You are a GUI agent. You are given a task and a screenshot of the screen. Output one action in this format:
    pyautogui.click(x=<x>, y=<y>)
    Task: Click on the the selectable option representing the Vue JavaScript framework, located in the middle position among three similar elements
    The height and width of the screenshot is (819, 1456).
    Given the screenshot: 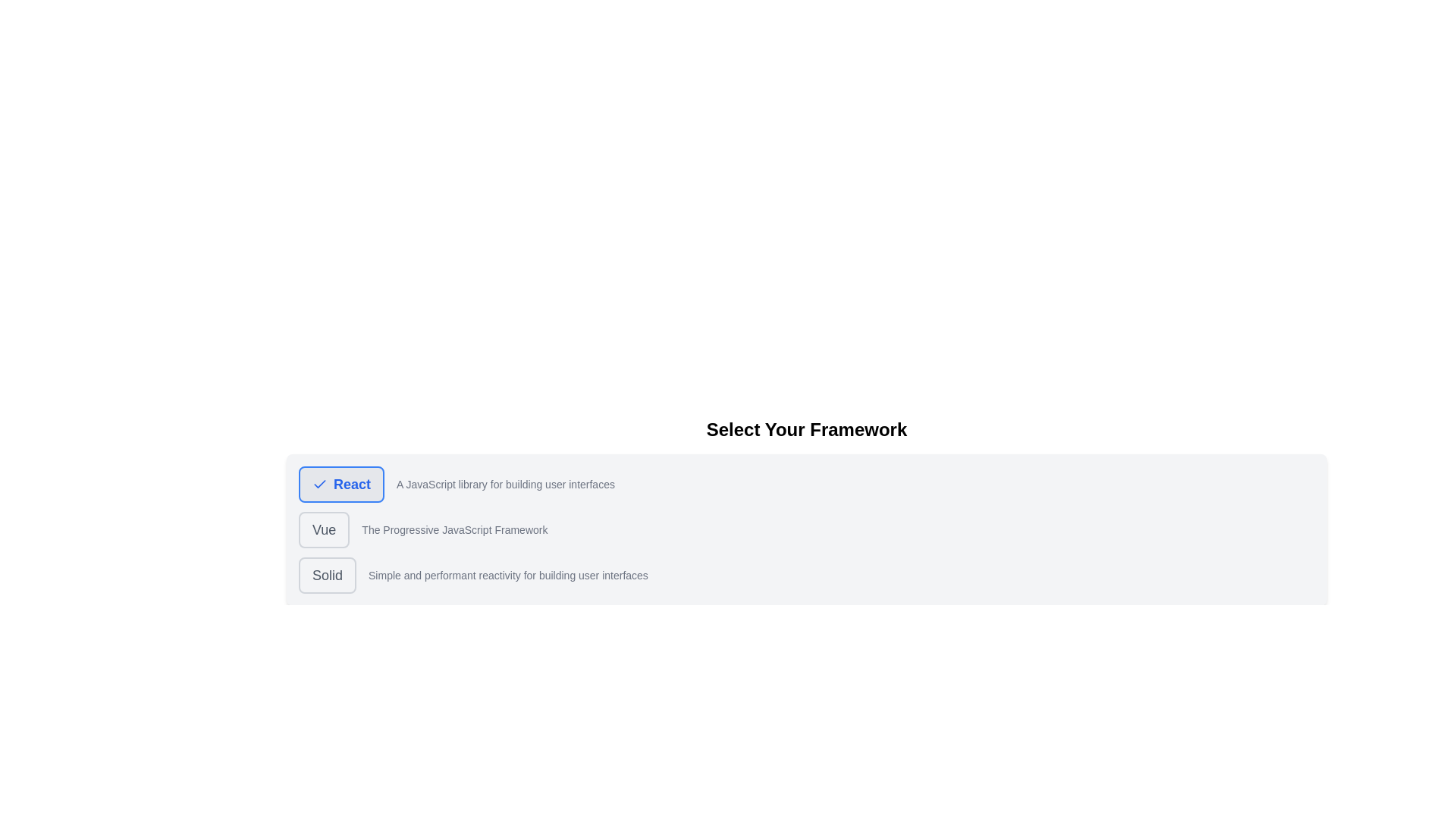 What is the action you would take?
    pyautogui.click(x=806, y=529)
    